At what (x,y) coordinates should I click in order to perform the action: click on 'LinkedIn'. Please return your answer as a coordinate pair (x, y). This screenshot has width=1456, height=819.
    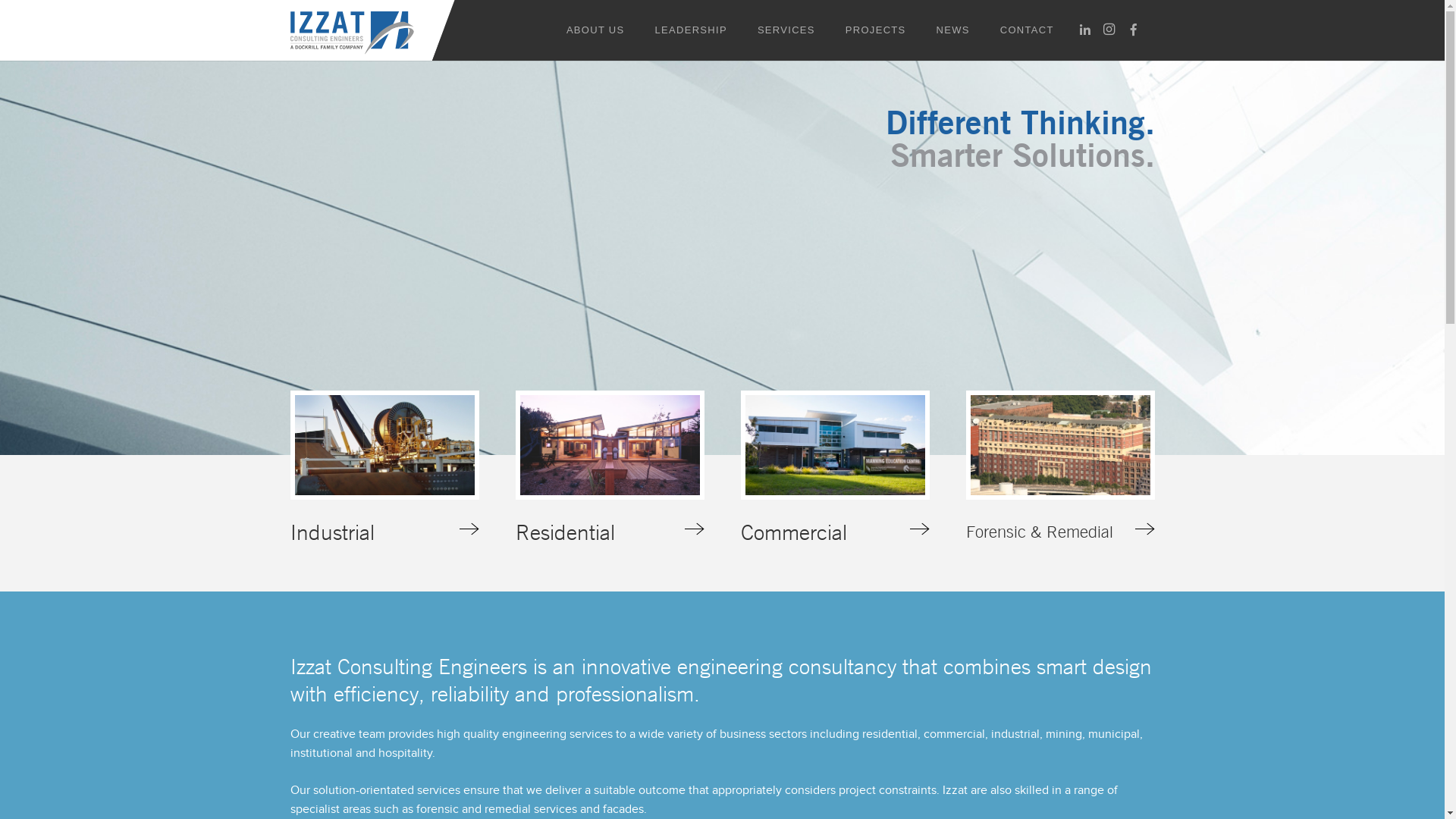
    Looking at the image, I should click on (1072, 29).